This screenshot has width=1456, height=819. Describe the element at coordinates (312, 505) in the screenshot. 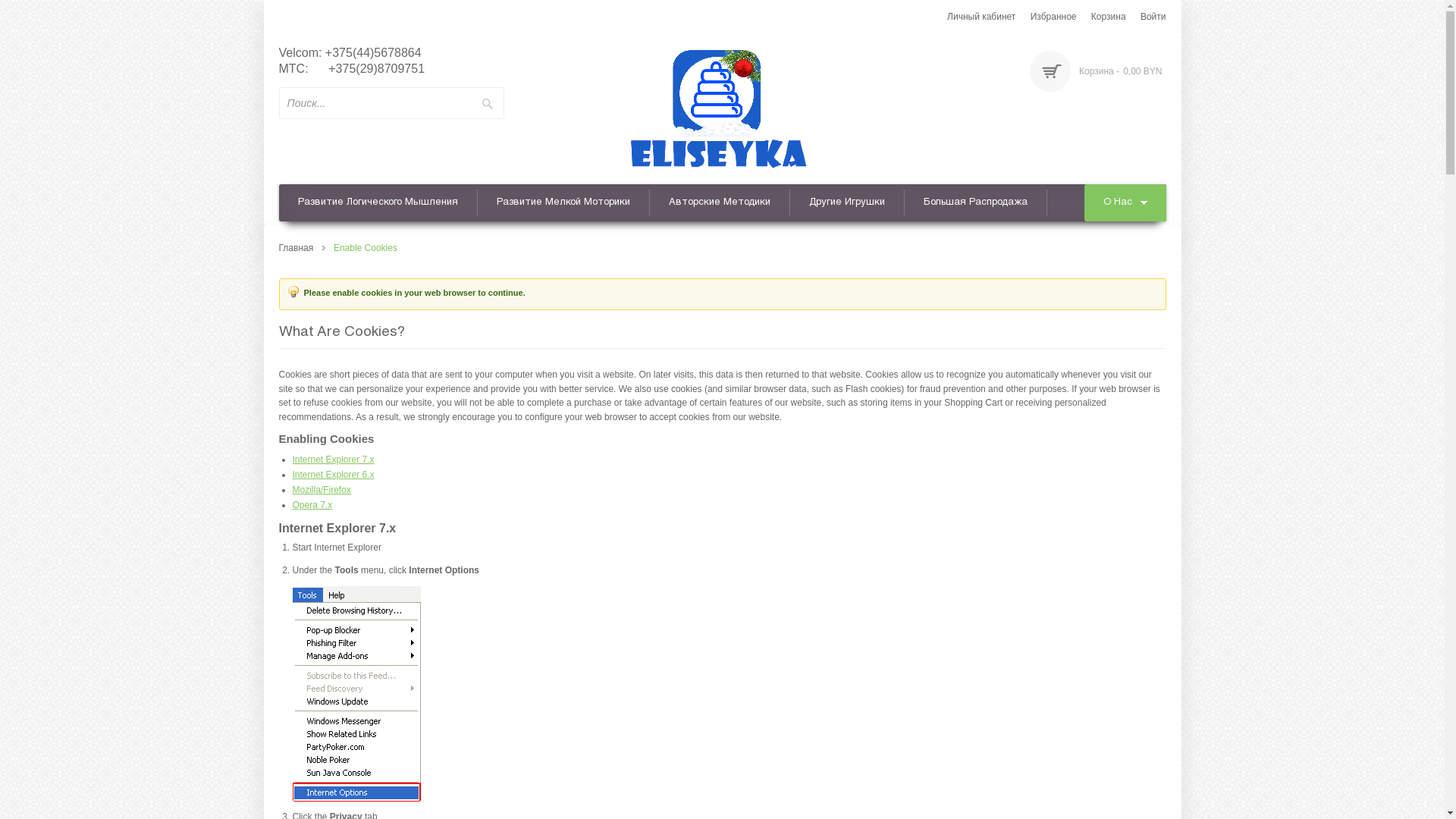

I see `'Opera 7.x'` at that location.